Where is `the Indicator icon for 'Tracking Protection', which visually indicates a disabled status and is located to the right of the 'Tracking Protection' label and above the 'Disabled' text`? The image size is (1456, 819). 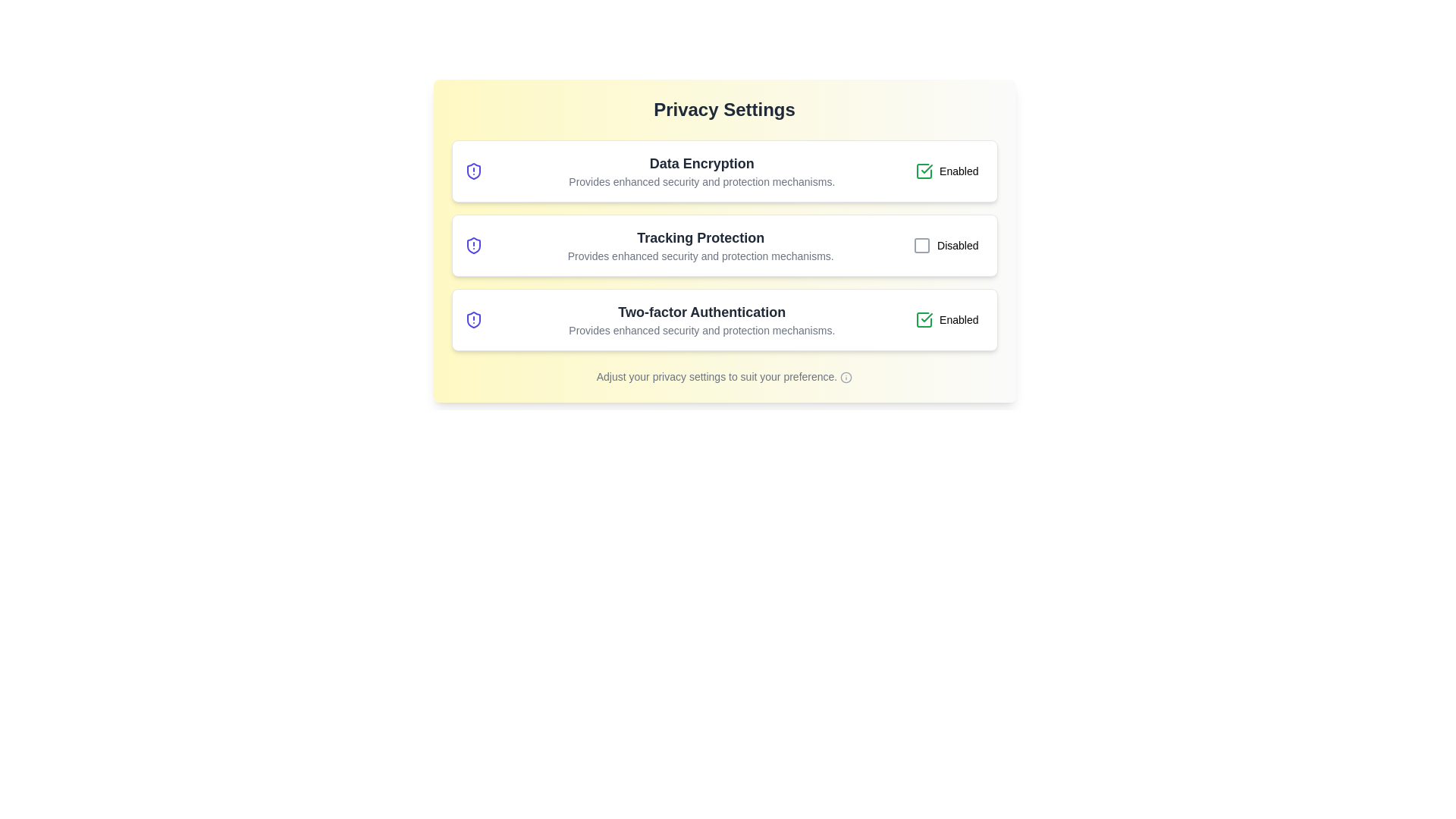 the Indicator icon for 'Tracking Protection', which visually indicates a disabled status and is located to the right of the 'Tracking Protection' label and above the 'Disabled' text is located at coordinates (921, 245).